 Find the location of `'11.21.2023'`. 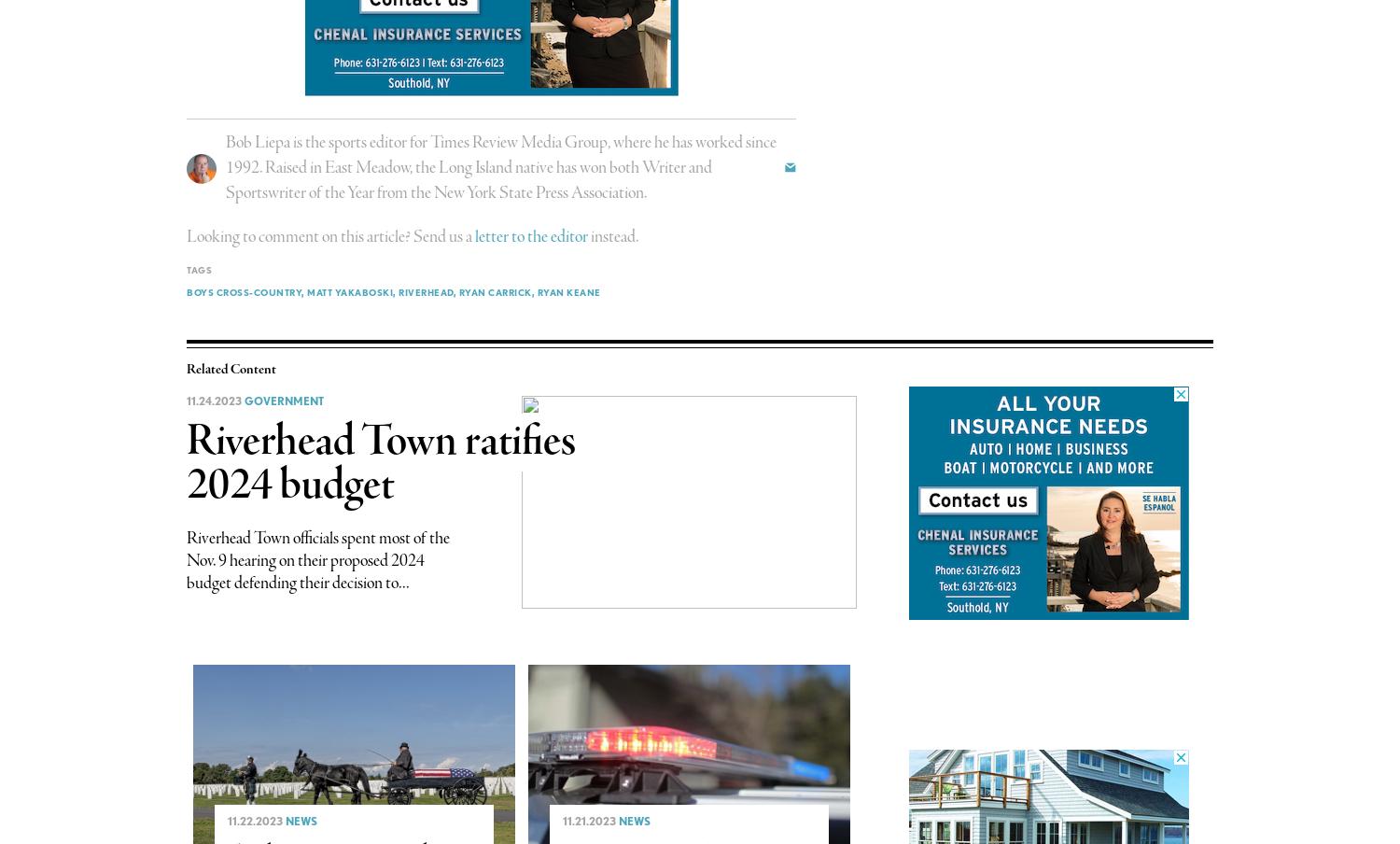

'11.21.2023' is located at coordinates (589, 821).